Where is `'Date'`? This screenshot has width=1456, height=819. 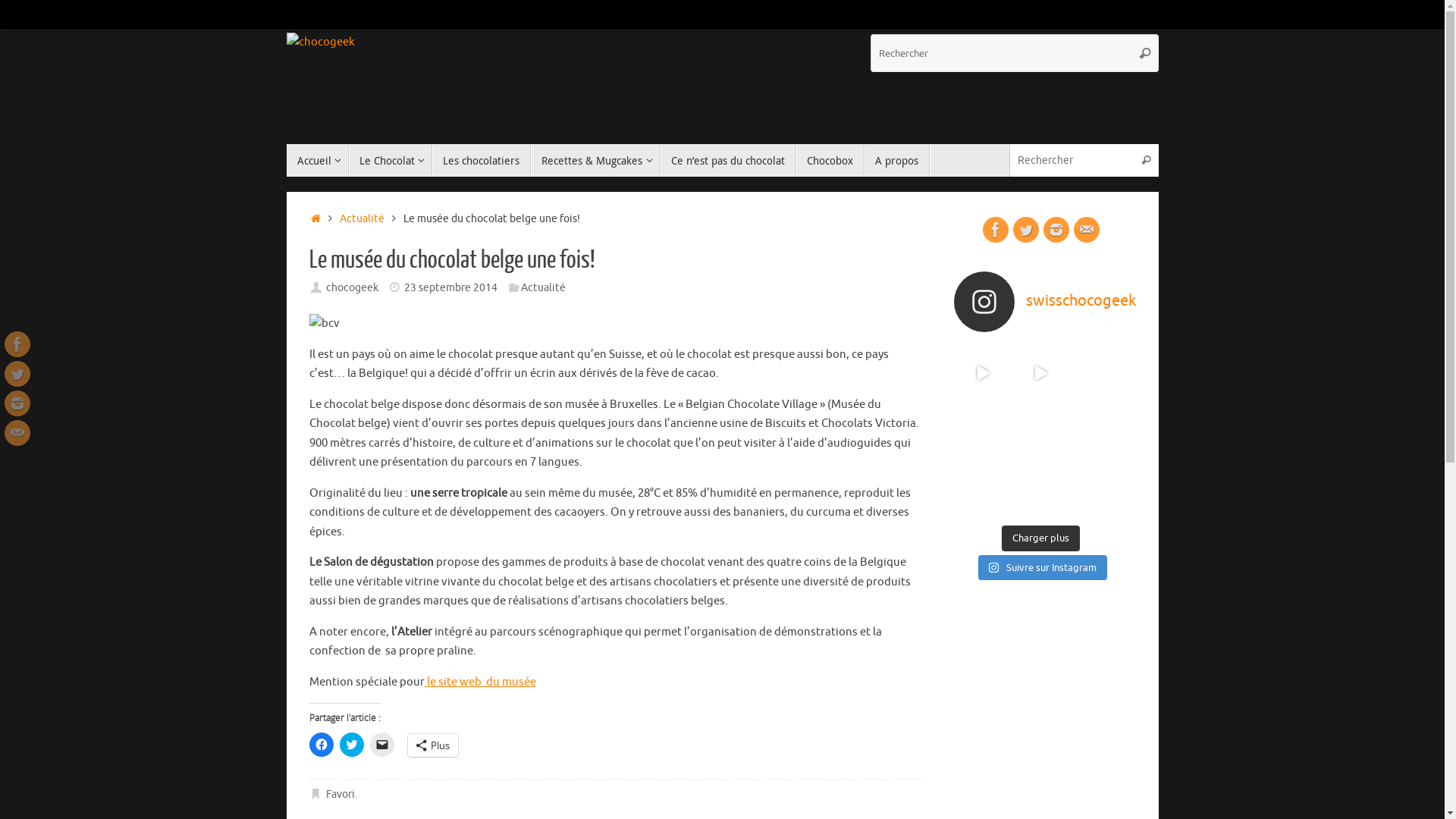 'Date' is located at coordinates (394, 287).